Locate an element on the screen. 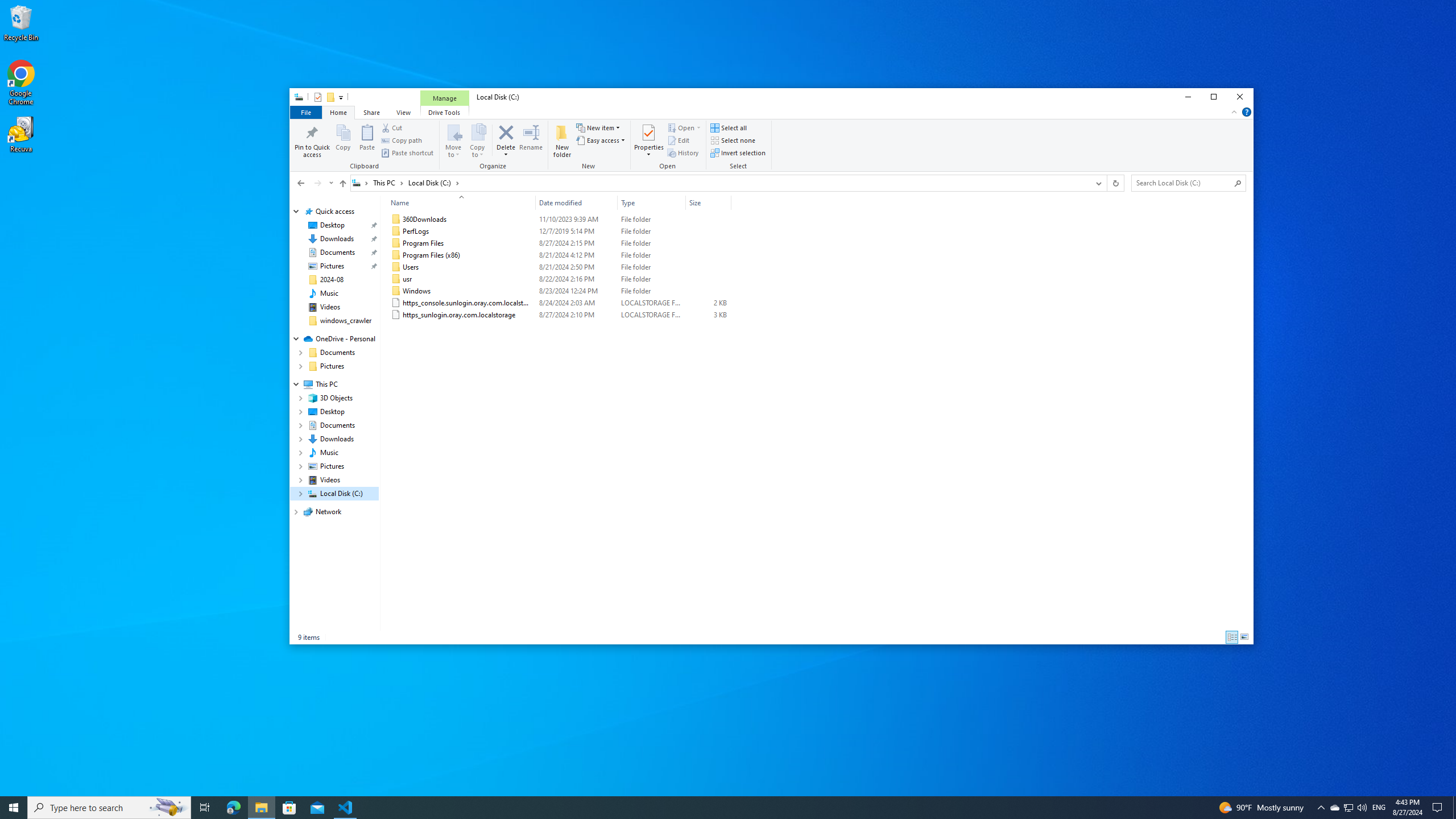 The image size is (1456, 819). 'Task View' is located at coordinates (204, 806).